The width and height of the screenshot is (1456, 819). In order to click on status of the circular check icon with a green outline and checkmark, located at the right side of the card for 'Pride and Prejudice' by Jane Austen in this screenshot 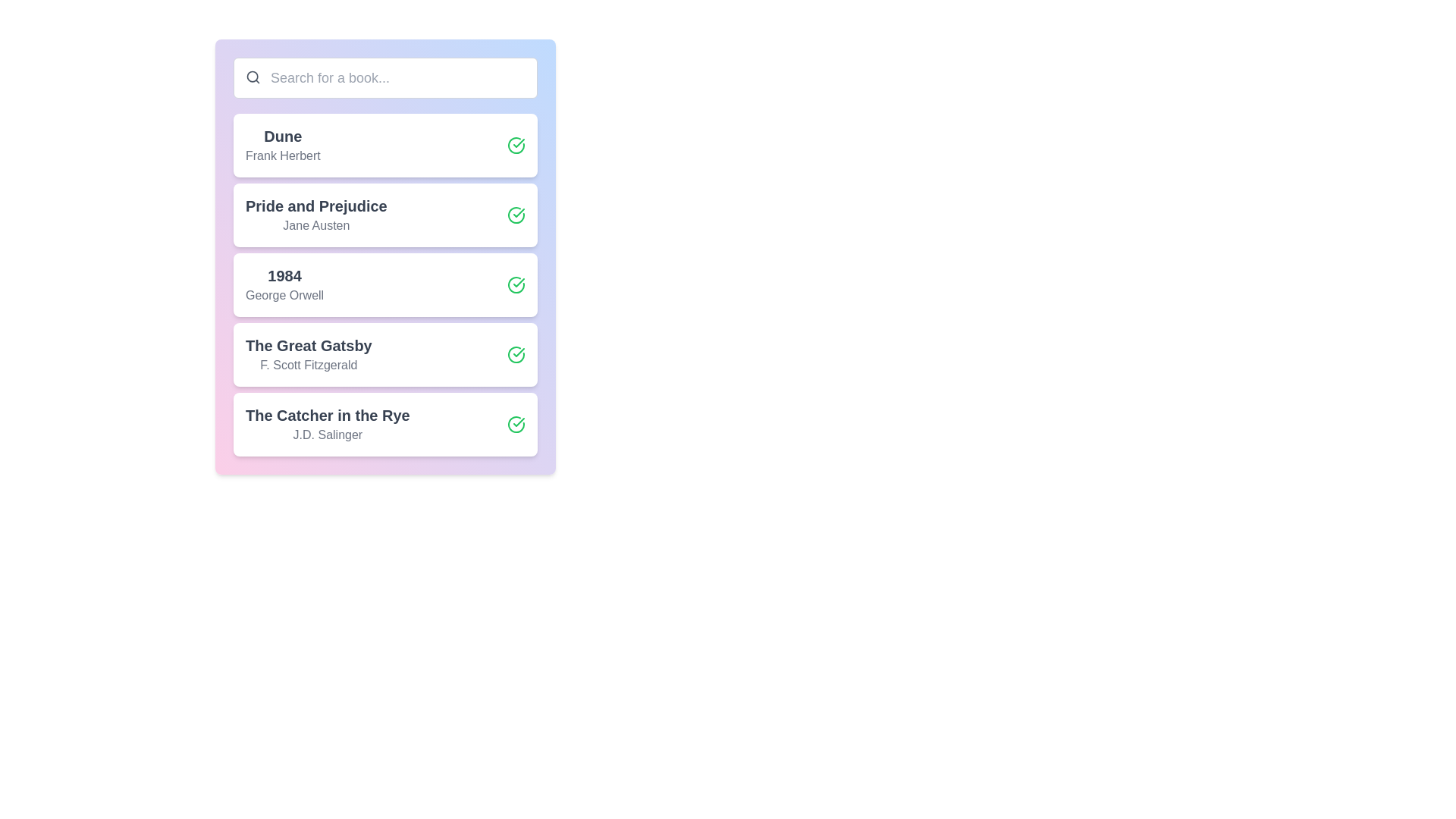, I will do `click(516, 215)`.